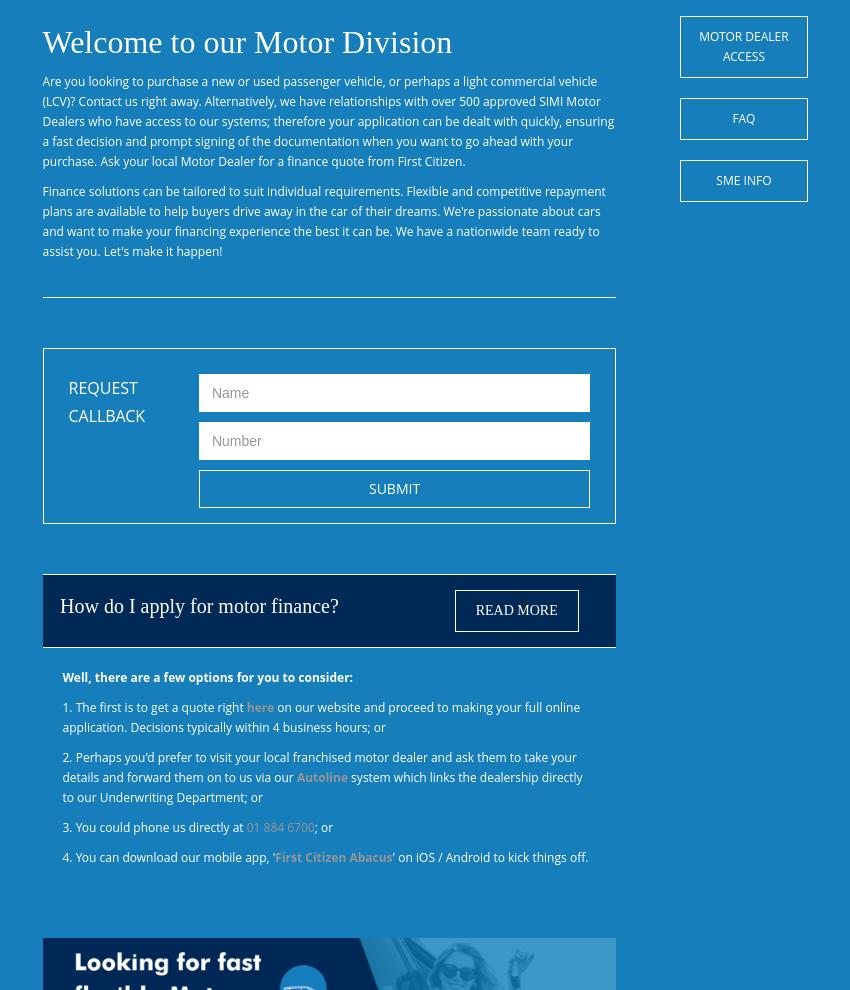  Describe the element at coordinates (247, 40) in the screenshot. I see `'Welcome to our Motor Division'` at that location.